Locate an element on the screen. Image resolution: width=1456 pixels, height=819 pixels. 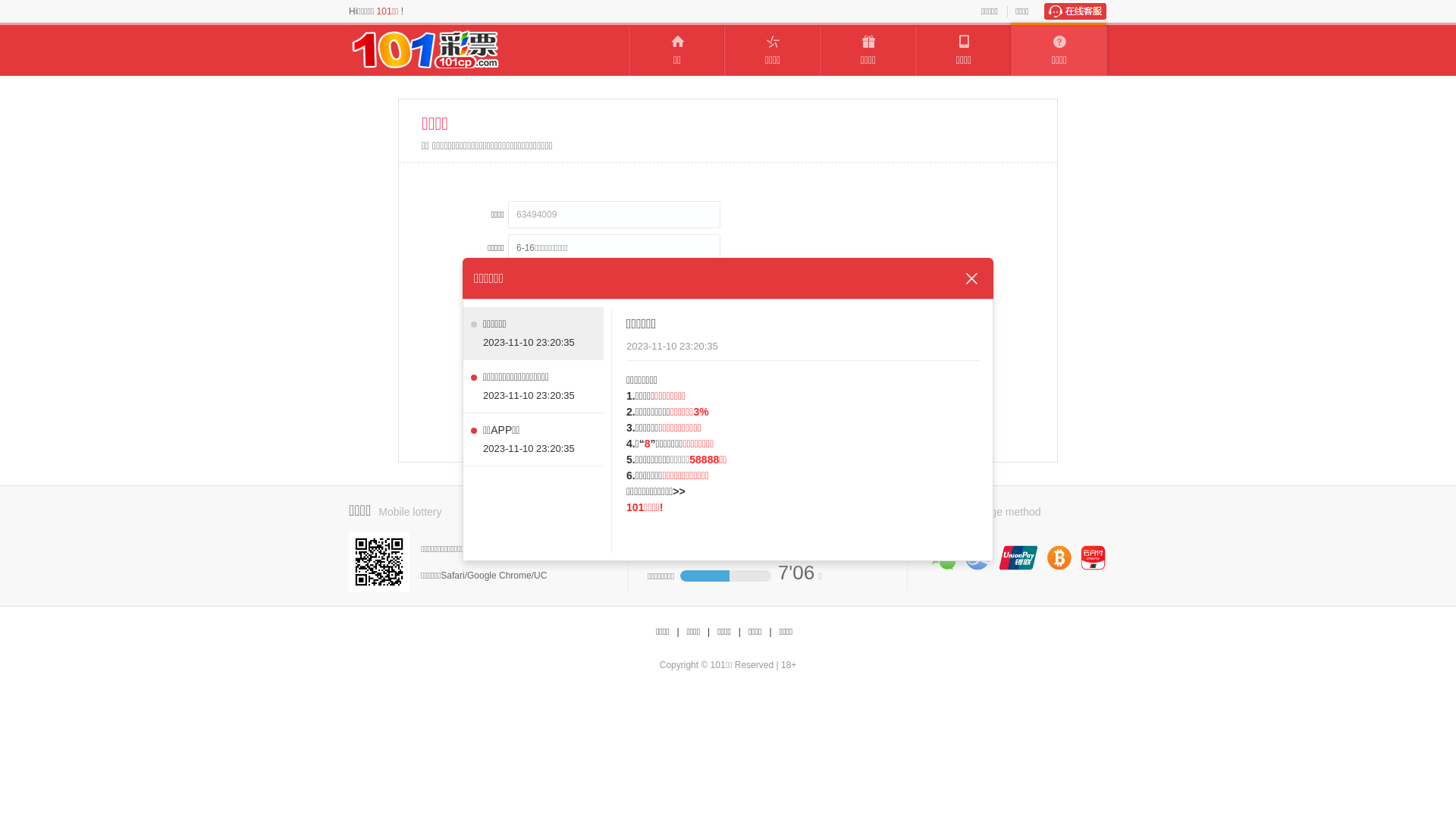
'|' is located at coordinates (708, 632).